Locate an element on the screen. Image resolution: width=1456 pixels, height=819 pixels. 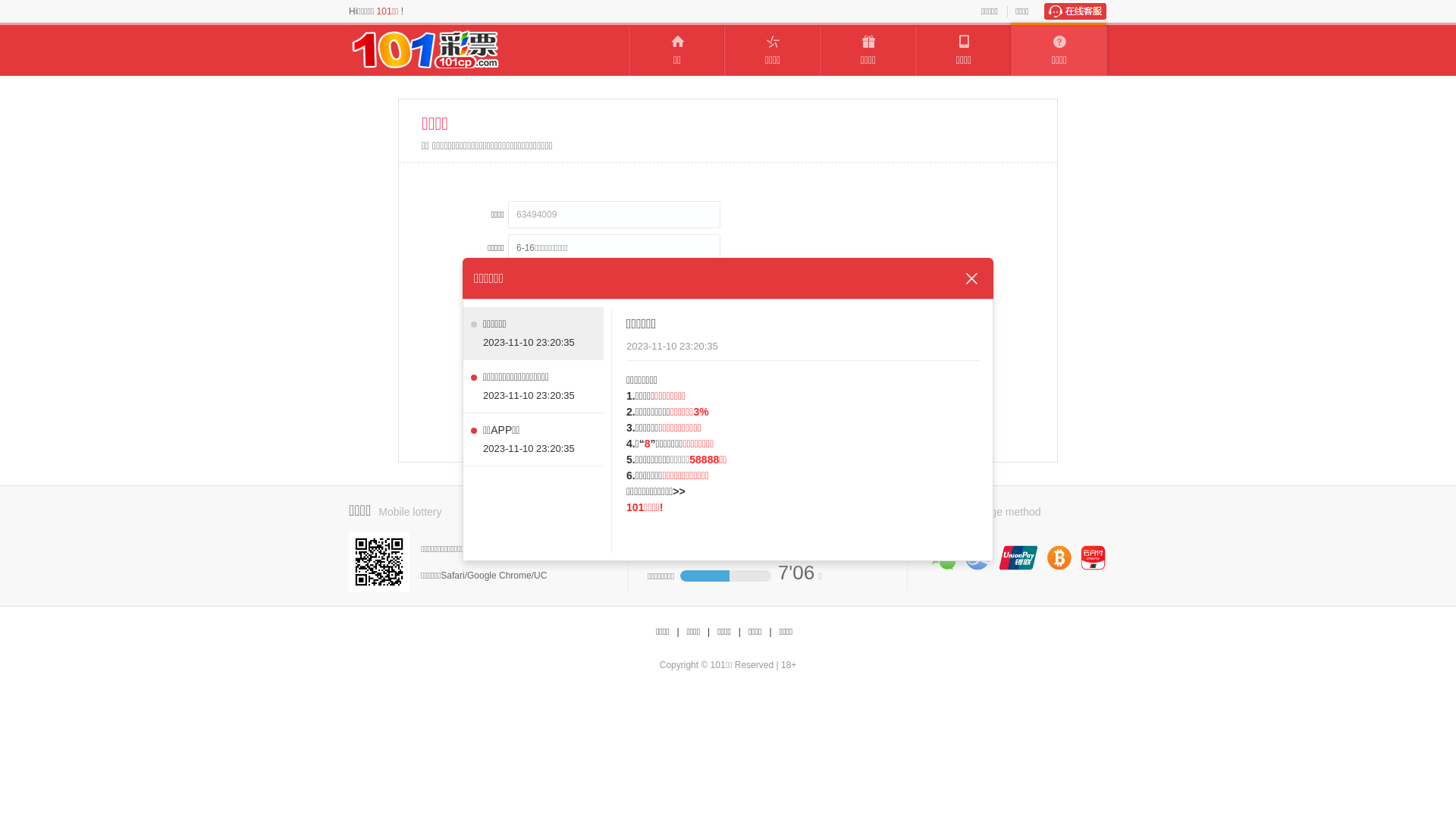
'|' is located at coordinates (708, 632).